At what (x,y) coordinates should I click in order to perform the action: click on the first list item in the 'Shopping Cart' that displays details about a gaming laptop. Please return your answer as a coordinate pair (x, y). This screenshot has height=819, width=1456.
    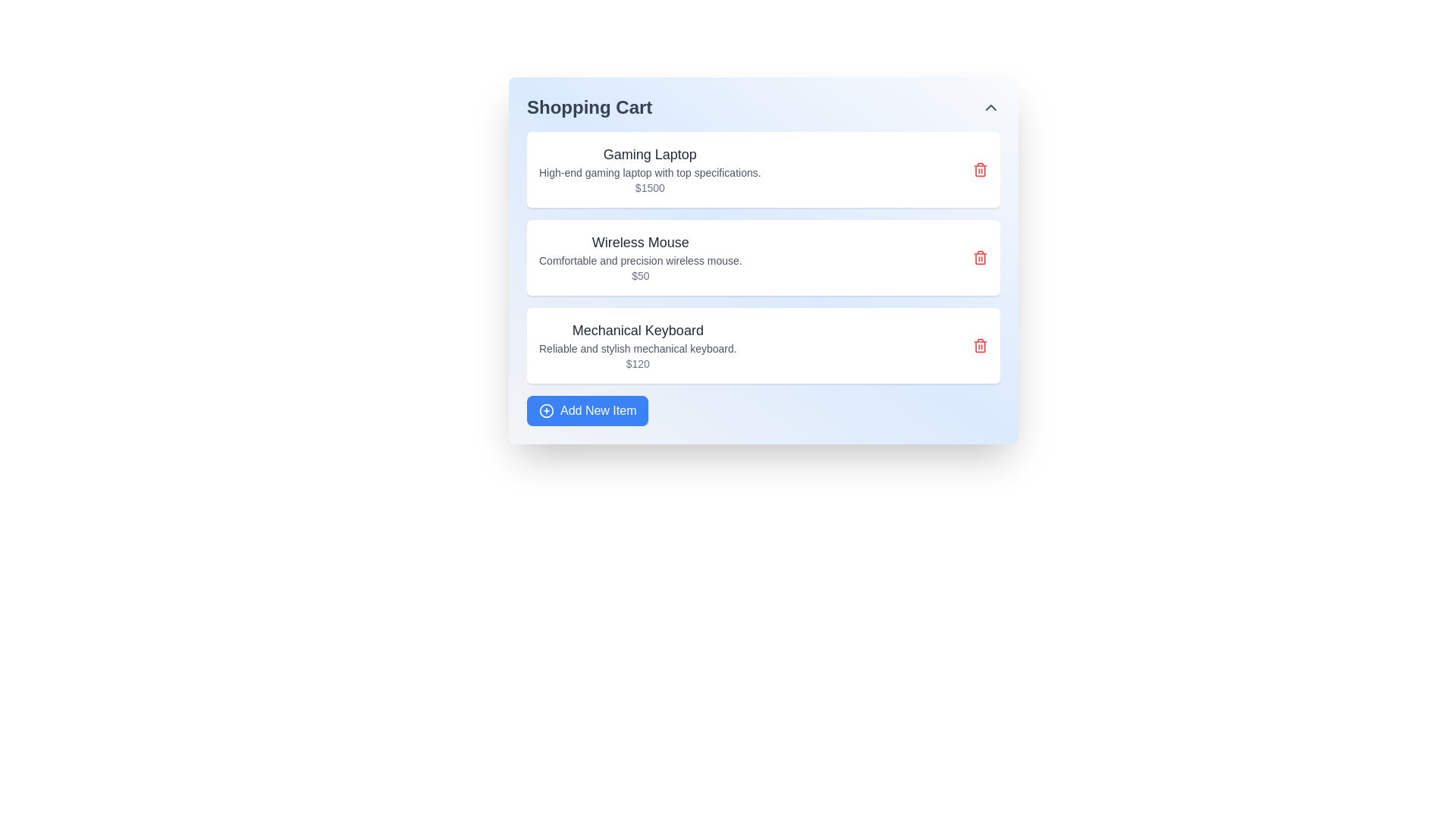
    Looking at the image, I should click on (764, 169).